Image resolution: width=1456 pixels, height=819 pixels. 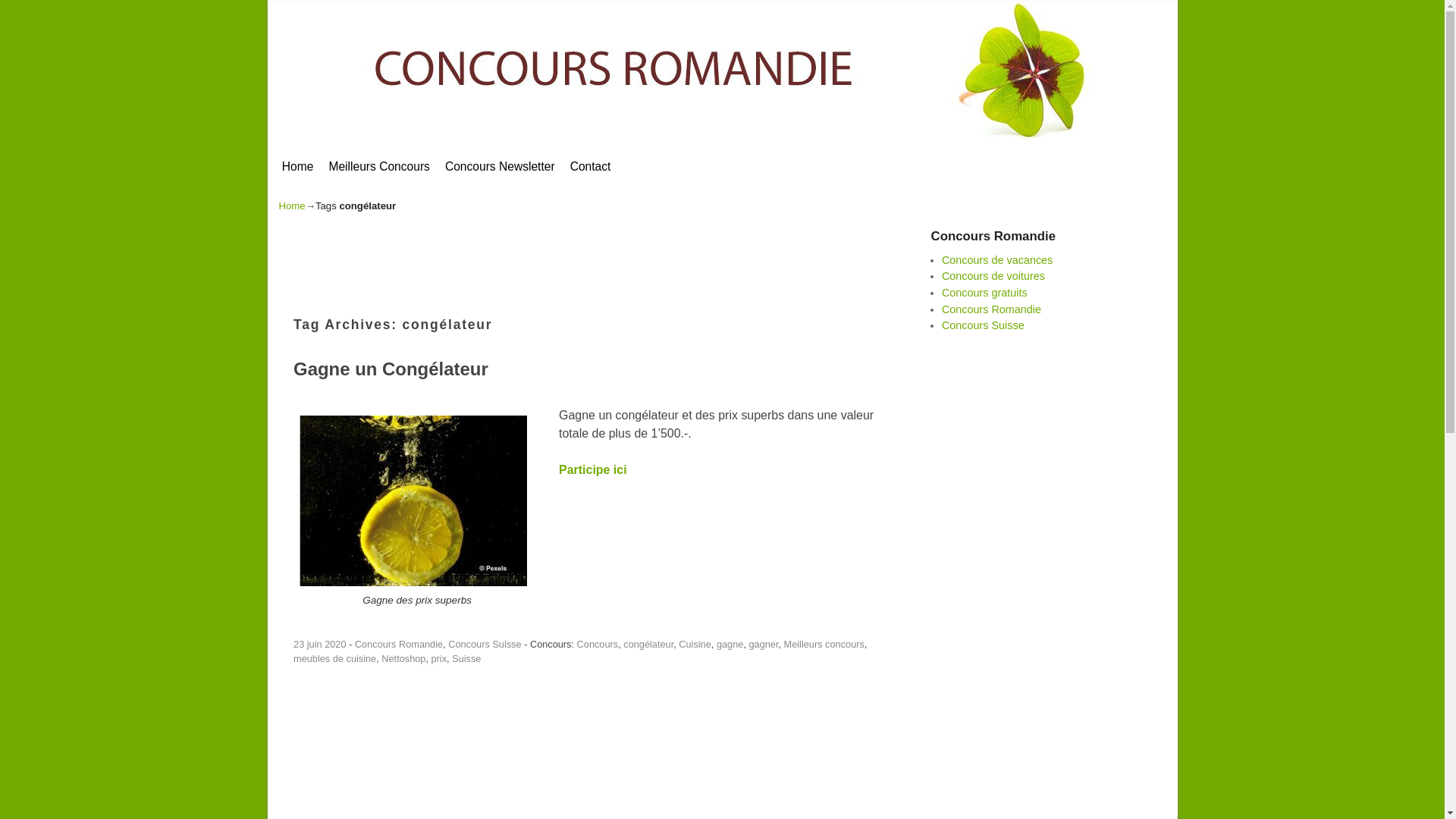 I want to click on 'Contact', so click(x=562, y=166).